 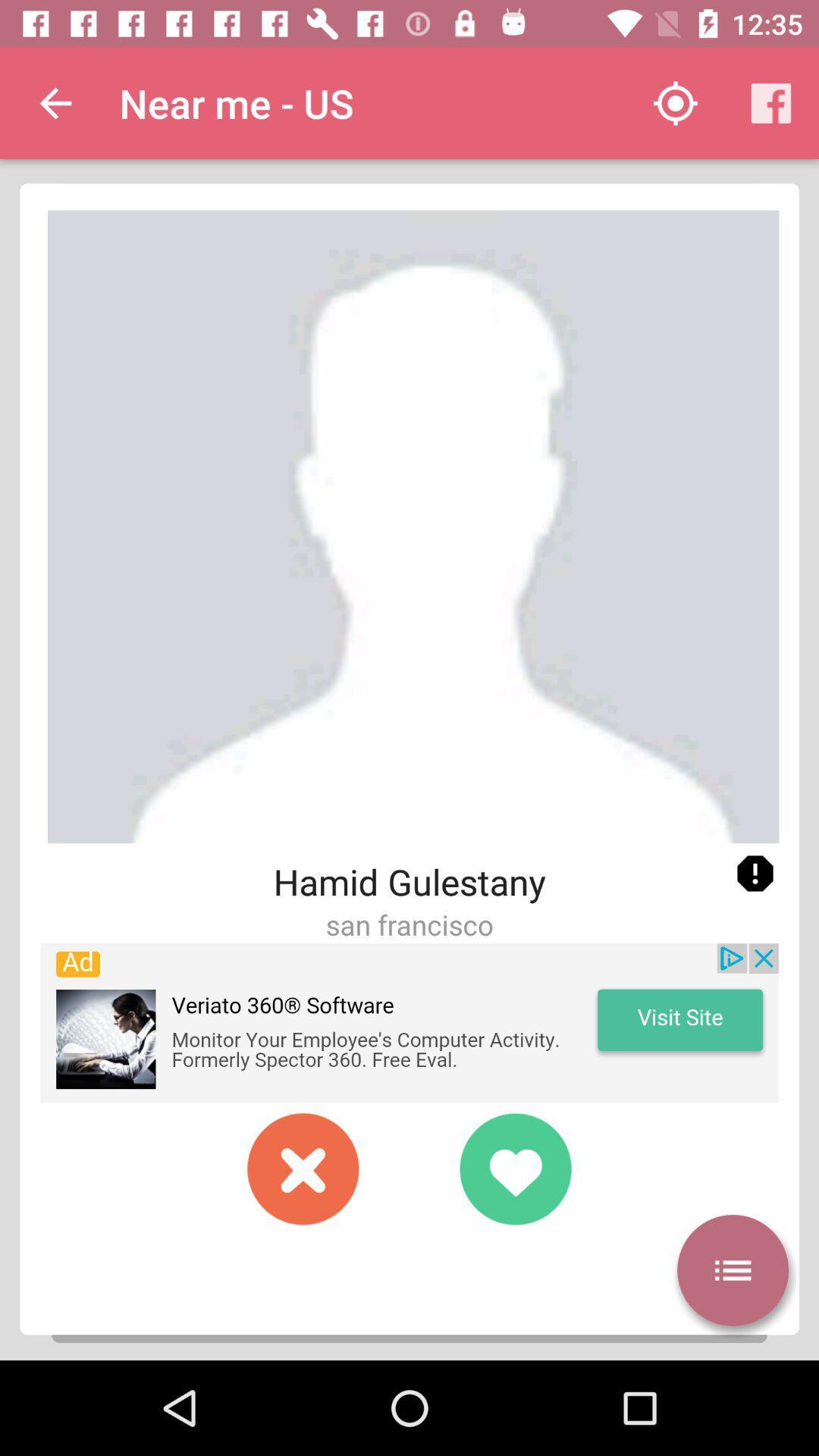 What do you see at coordinates (303, 1168) in the screenshot?
I see `dislike user` at bounding box center [303, 1168].